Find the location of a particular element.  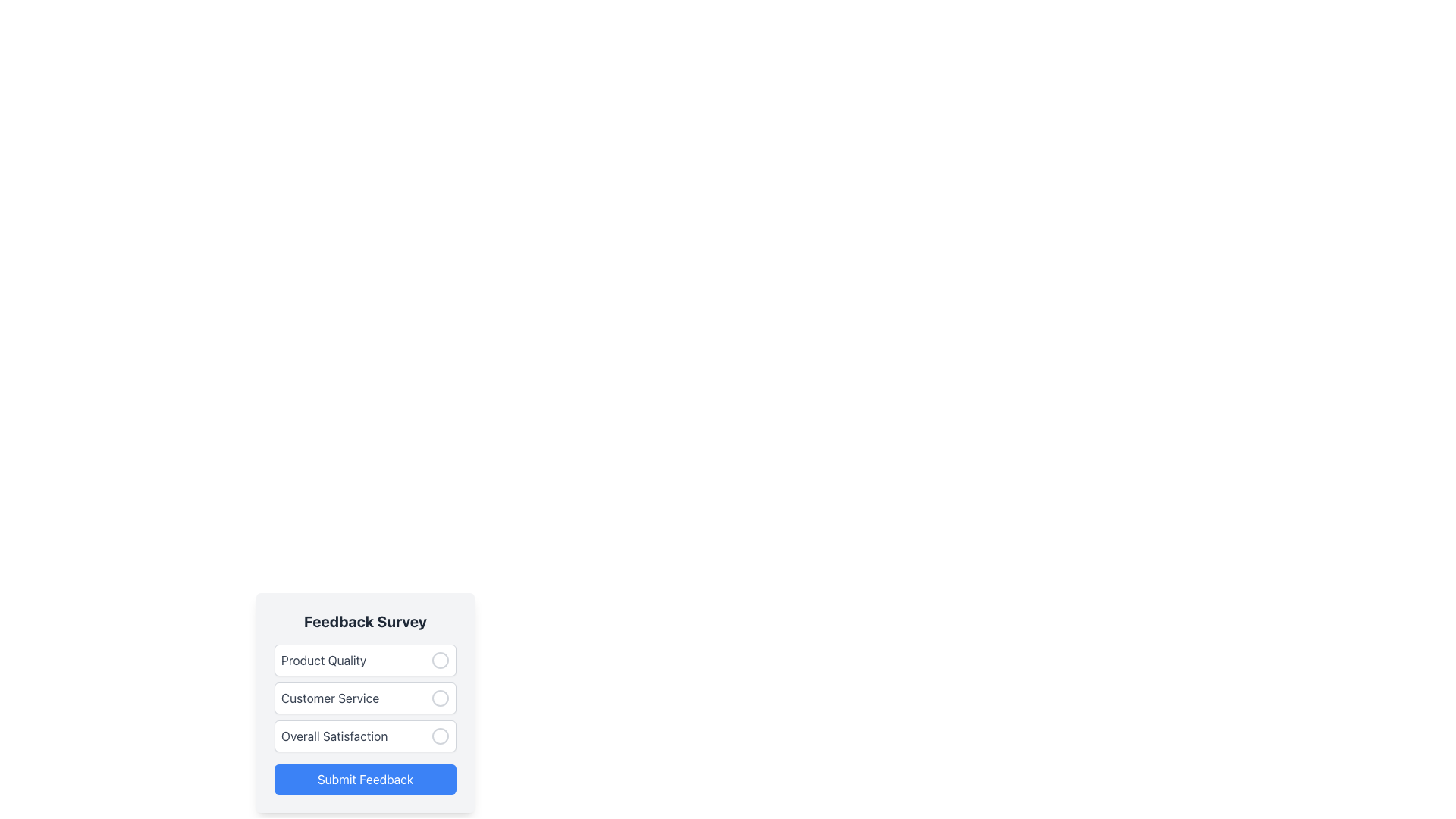

the second circular radio button is located at coordinates (439, 698).